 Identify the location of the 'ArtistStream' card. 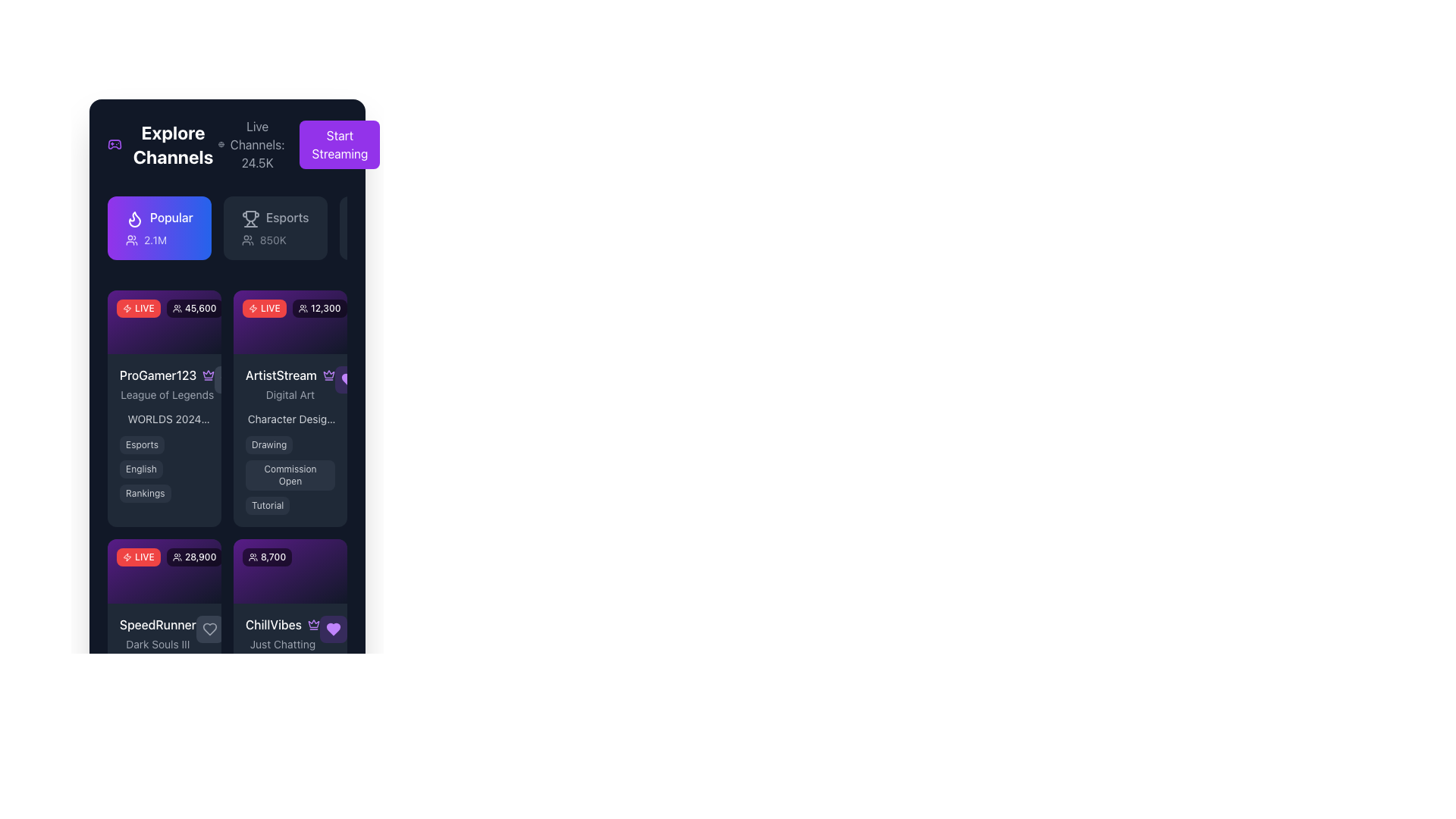
(290, 321).